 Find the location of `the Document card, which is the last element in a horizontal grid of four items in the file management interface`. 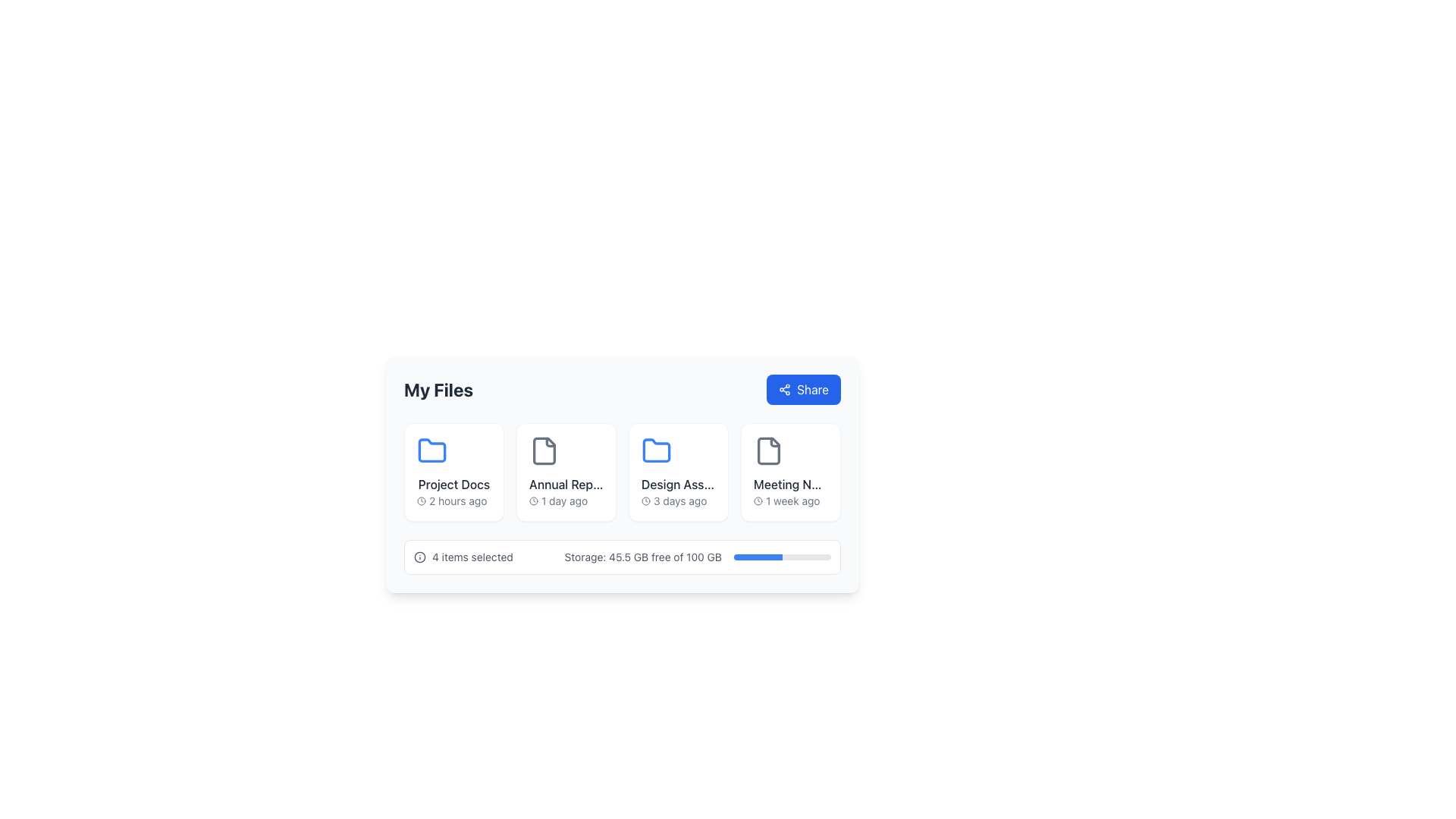

the Document card, which is the last element in a horizontal grid of four items in the file management interface is located at coordinates (789, 472).